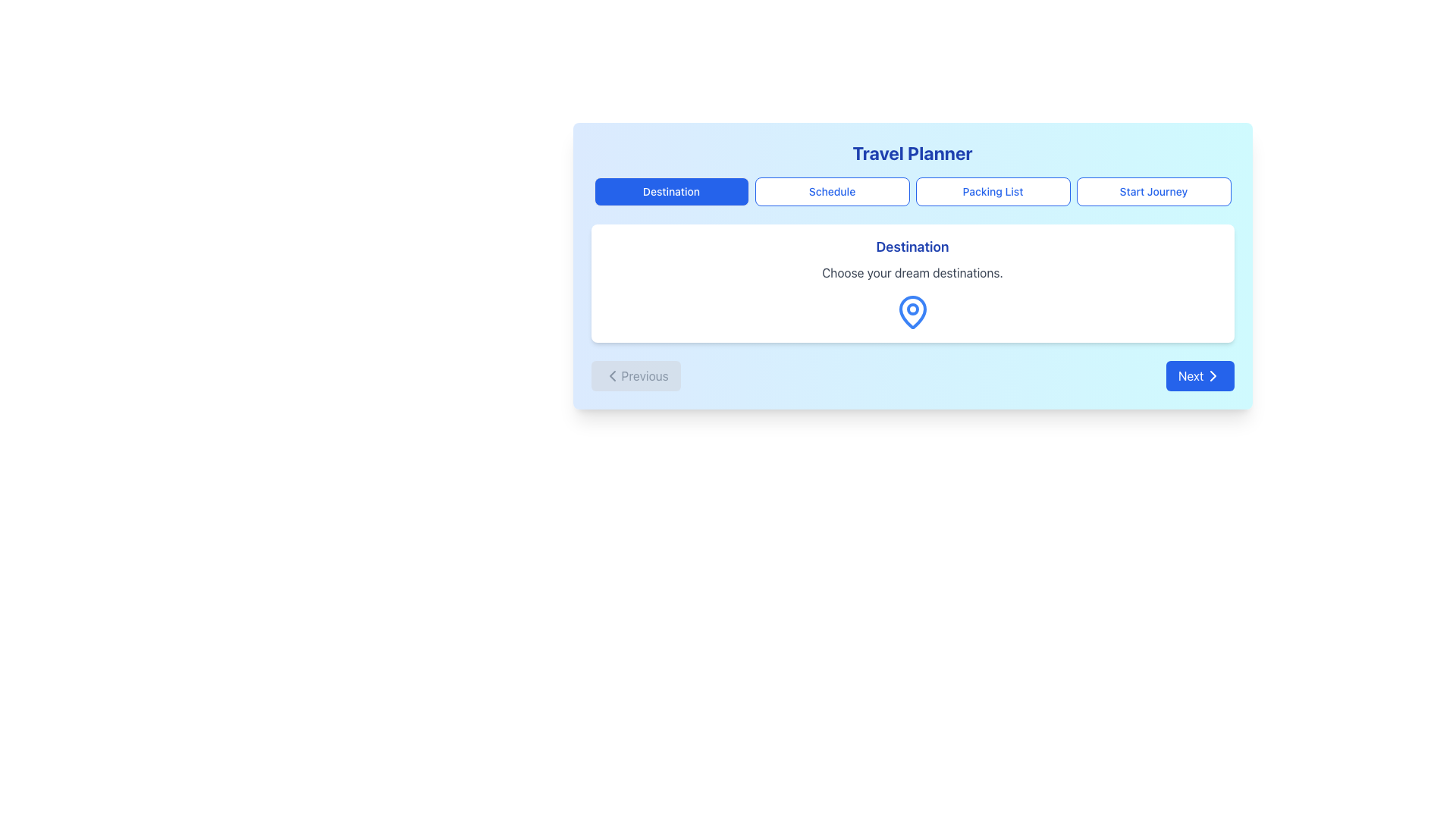 Image resolution: width=1456 pixels, height=819 pixels. I want to click on the first button in the row that serves as a selection option for 'Destination', so click(670, 191).